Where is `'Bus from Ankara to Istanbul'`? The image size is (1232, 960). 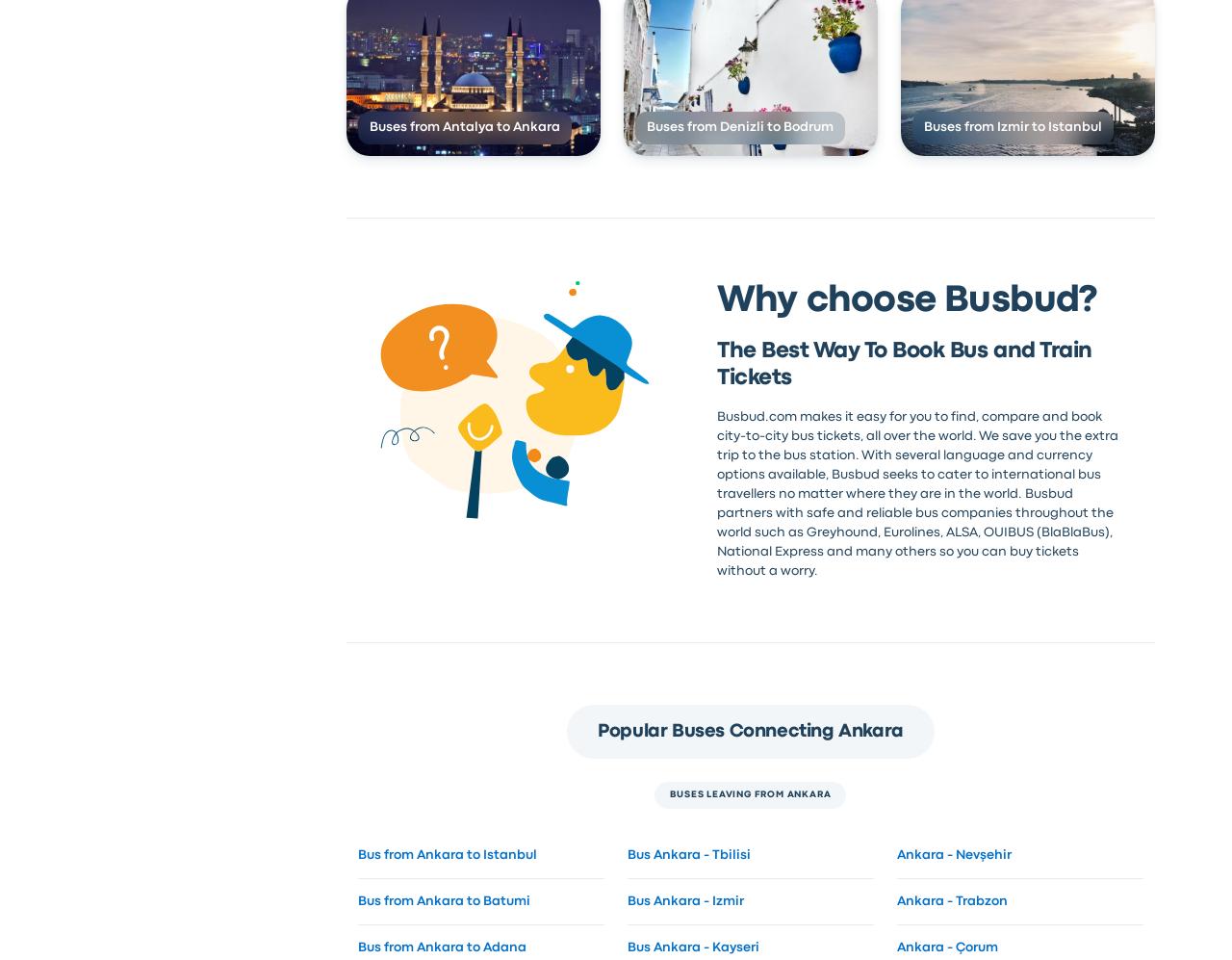
'Bus from Ankara to Istanbul' is located at coordinates (446, 853).